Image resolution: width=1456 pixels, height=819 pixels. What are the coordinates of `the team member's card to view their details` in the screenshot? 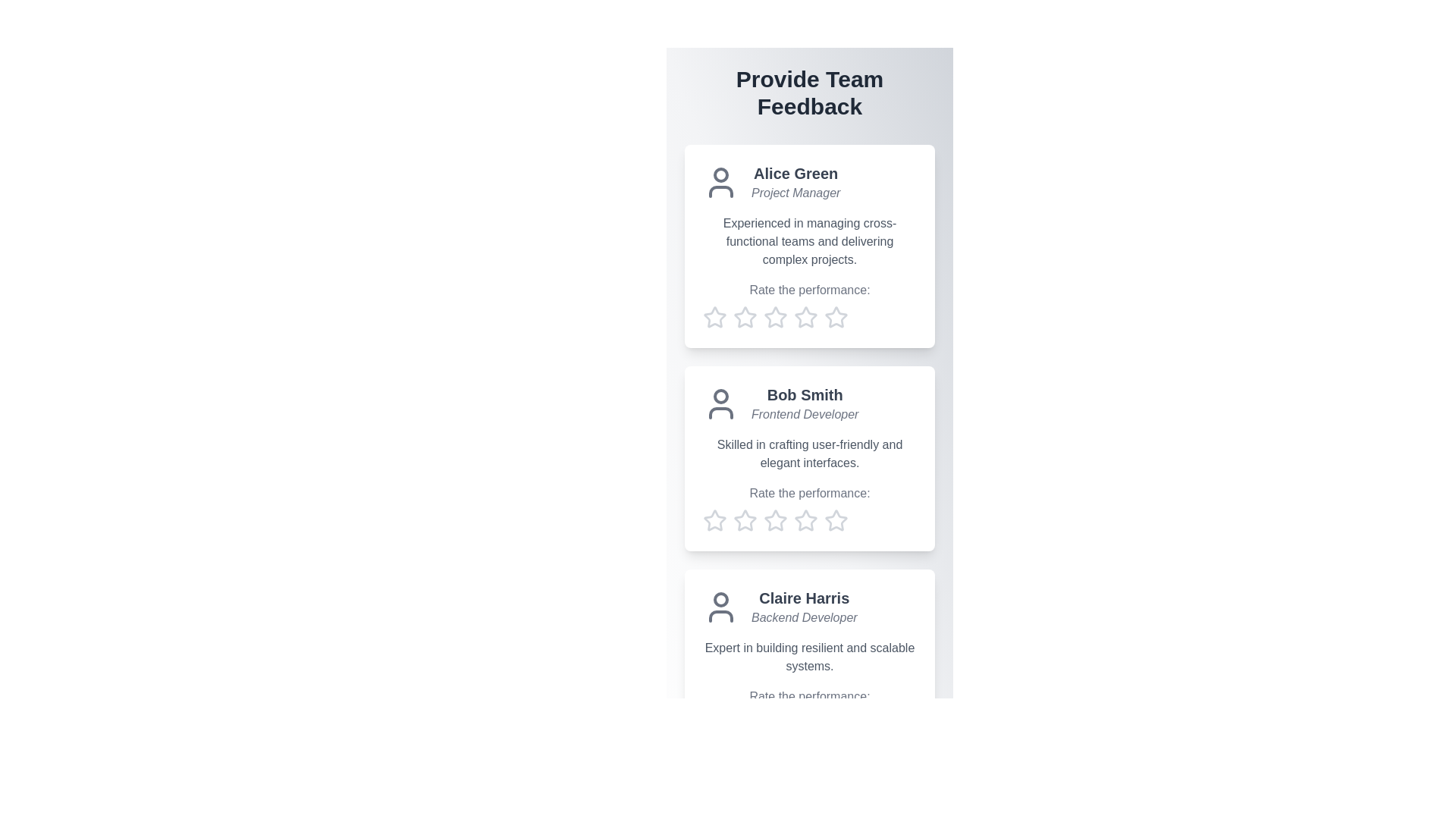 It's located at (809, 245).